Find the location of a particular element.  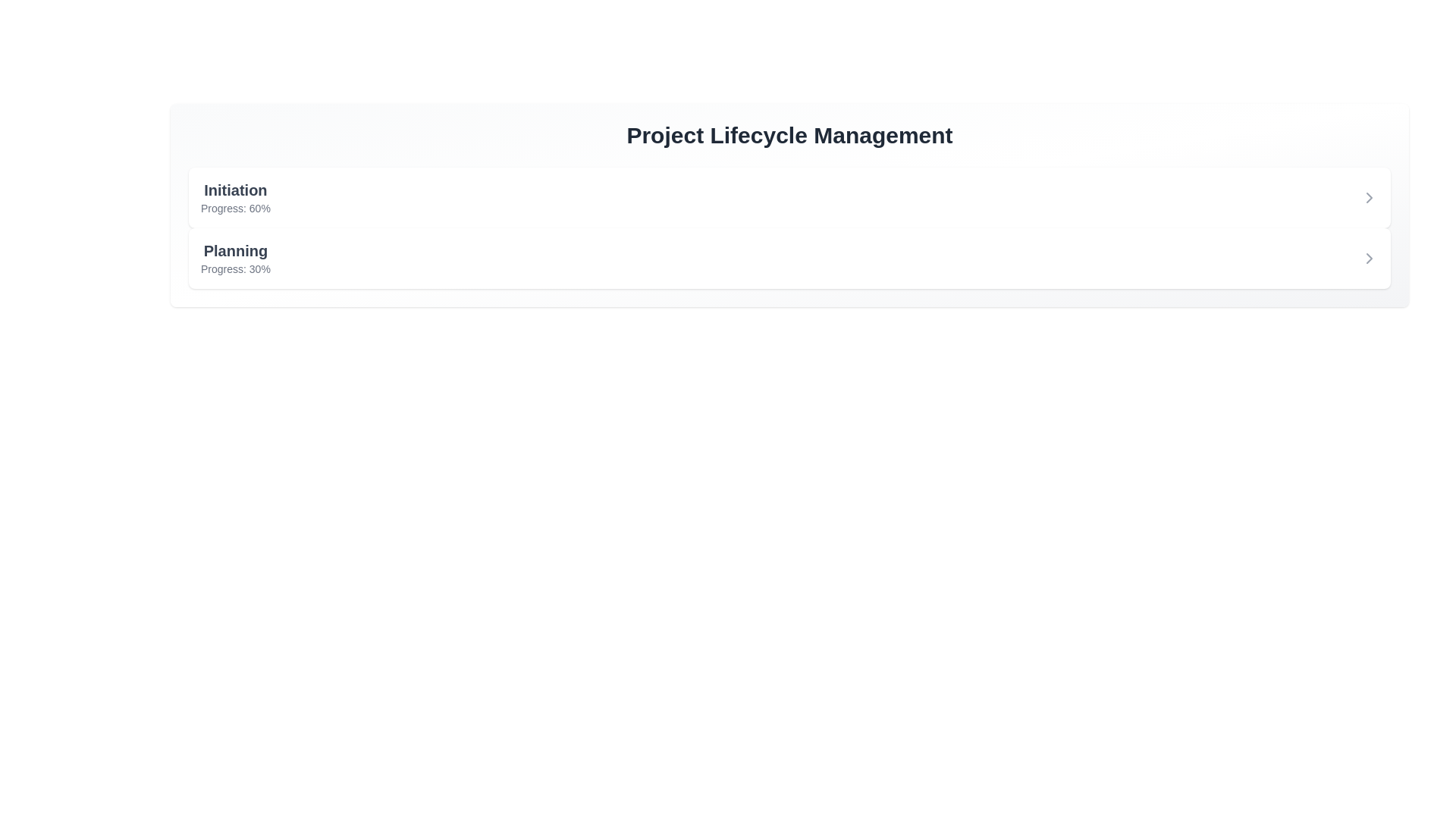

the static text label that provides progress information for the 'Initiation' stage, located beneath the 'Initiation' label is located at coordinates (234, 208).